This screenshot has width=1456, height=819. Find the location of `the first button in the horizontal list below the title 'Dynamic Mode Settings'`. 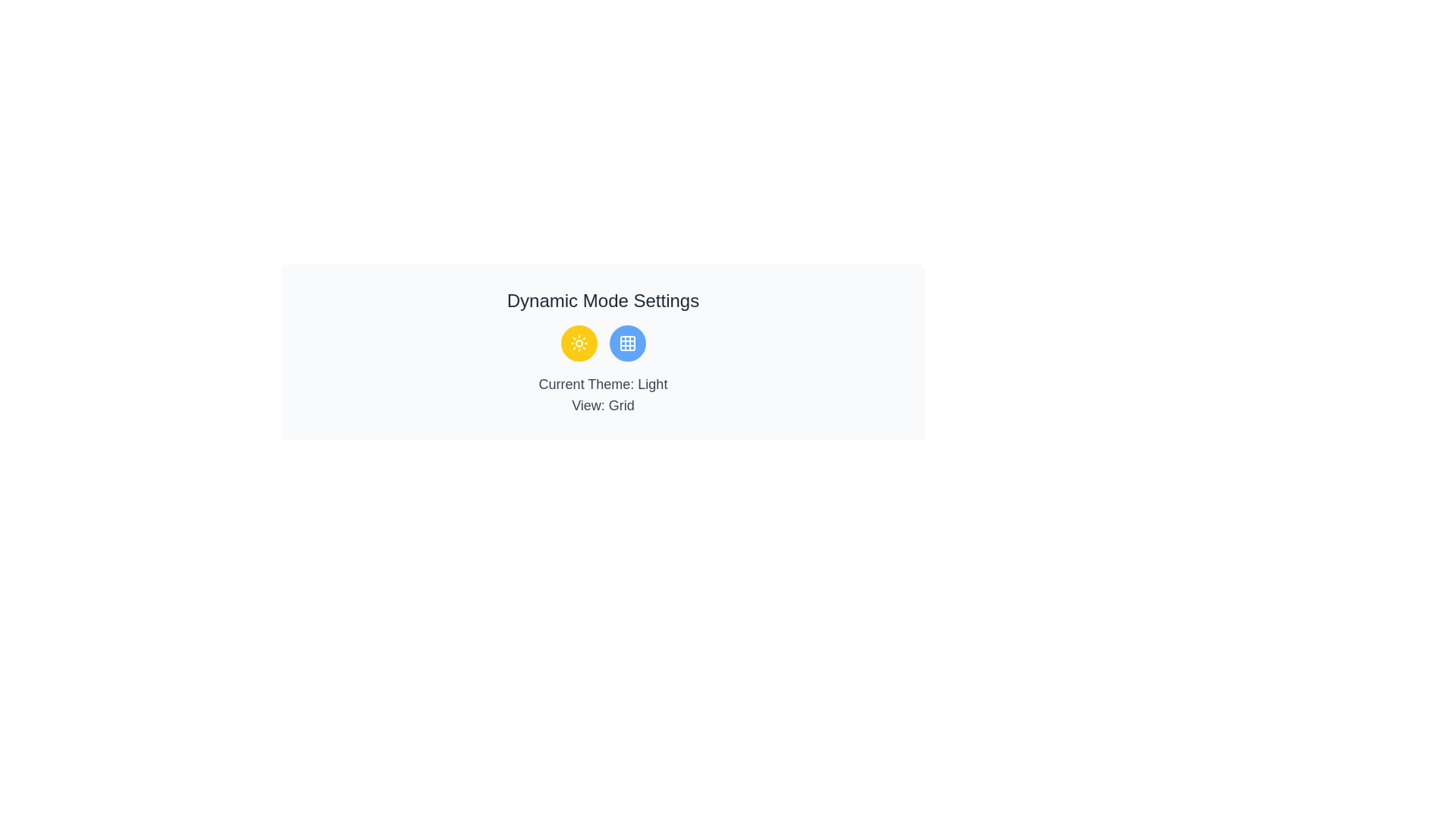

the first button in the horizontal list below the title 'Dynamic Mode Settings' is located at coordinates (578, 343).